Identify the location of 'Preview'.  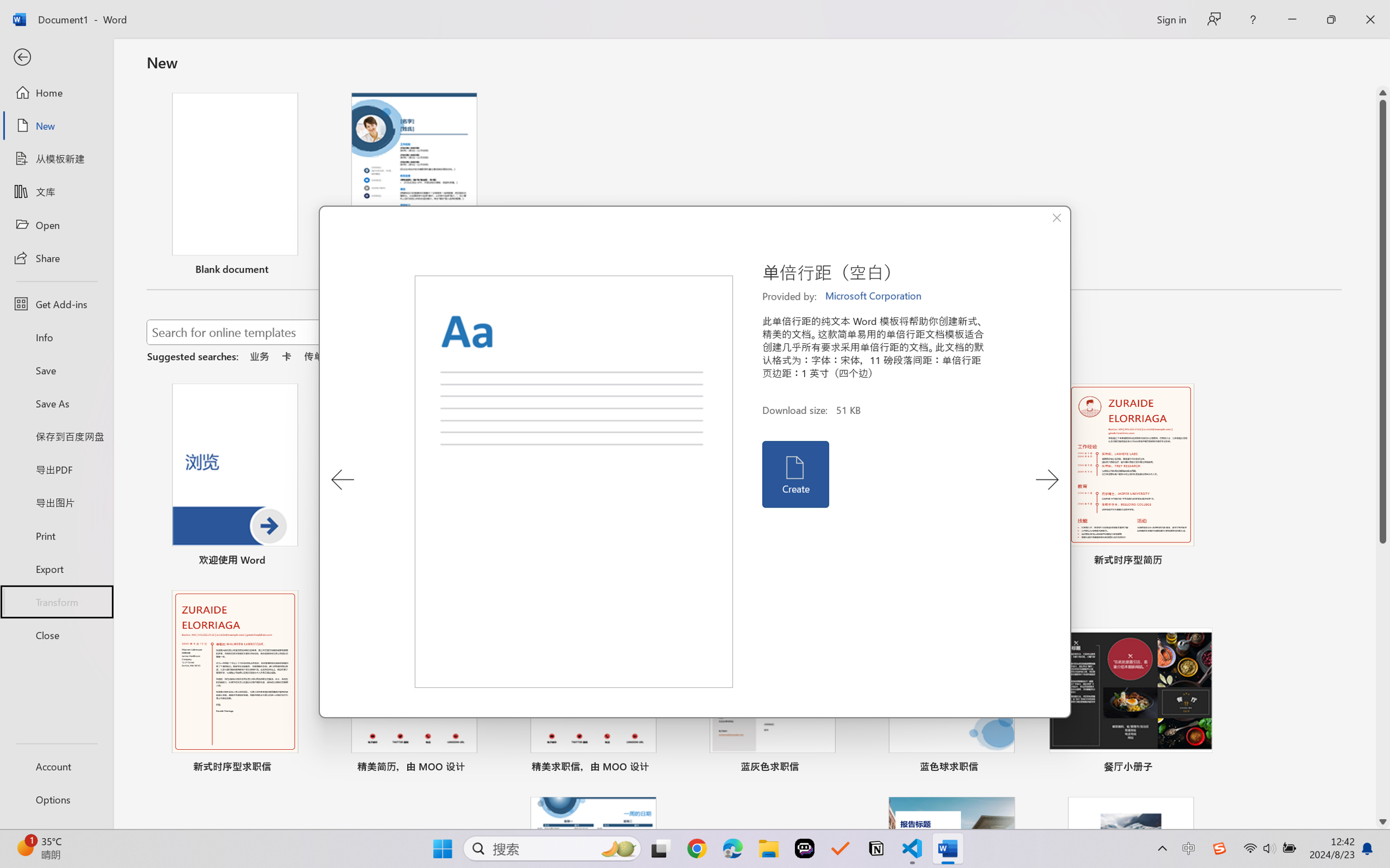
(573, 482).